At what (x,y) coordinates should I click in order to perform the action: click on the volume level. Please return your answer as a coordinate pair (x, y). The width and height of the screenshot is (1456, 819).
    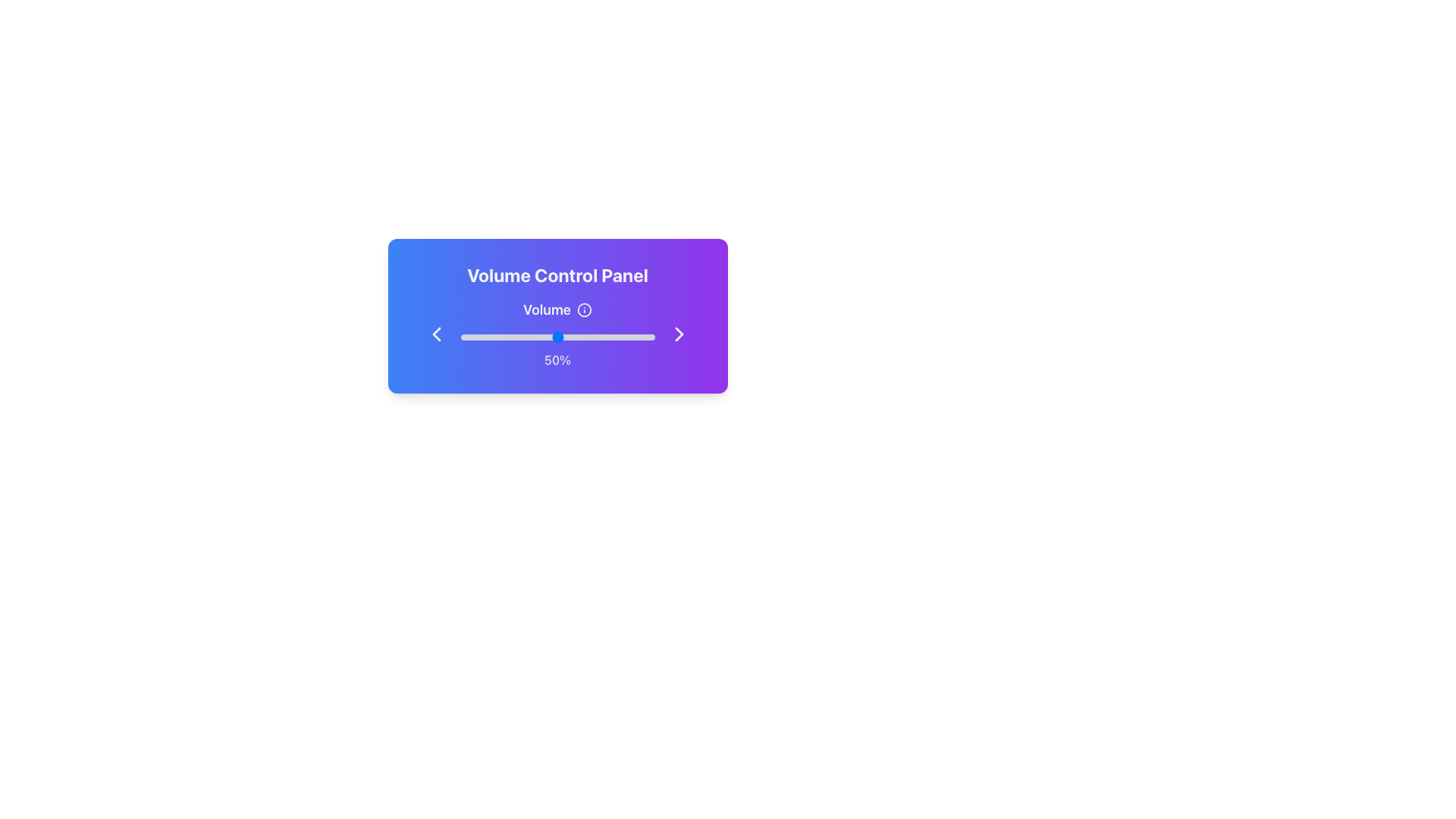
    Looking at the image, I should click on (641, 336).